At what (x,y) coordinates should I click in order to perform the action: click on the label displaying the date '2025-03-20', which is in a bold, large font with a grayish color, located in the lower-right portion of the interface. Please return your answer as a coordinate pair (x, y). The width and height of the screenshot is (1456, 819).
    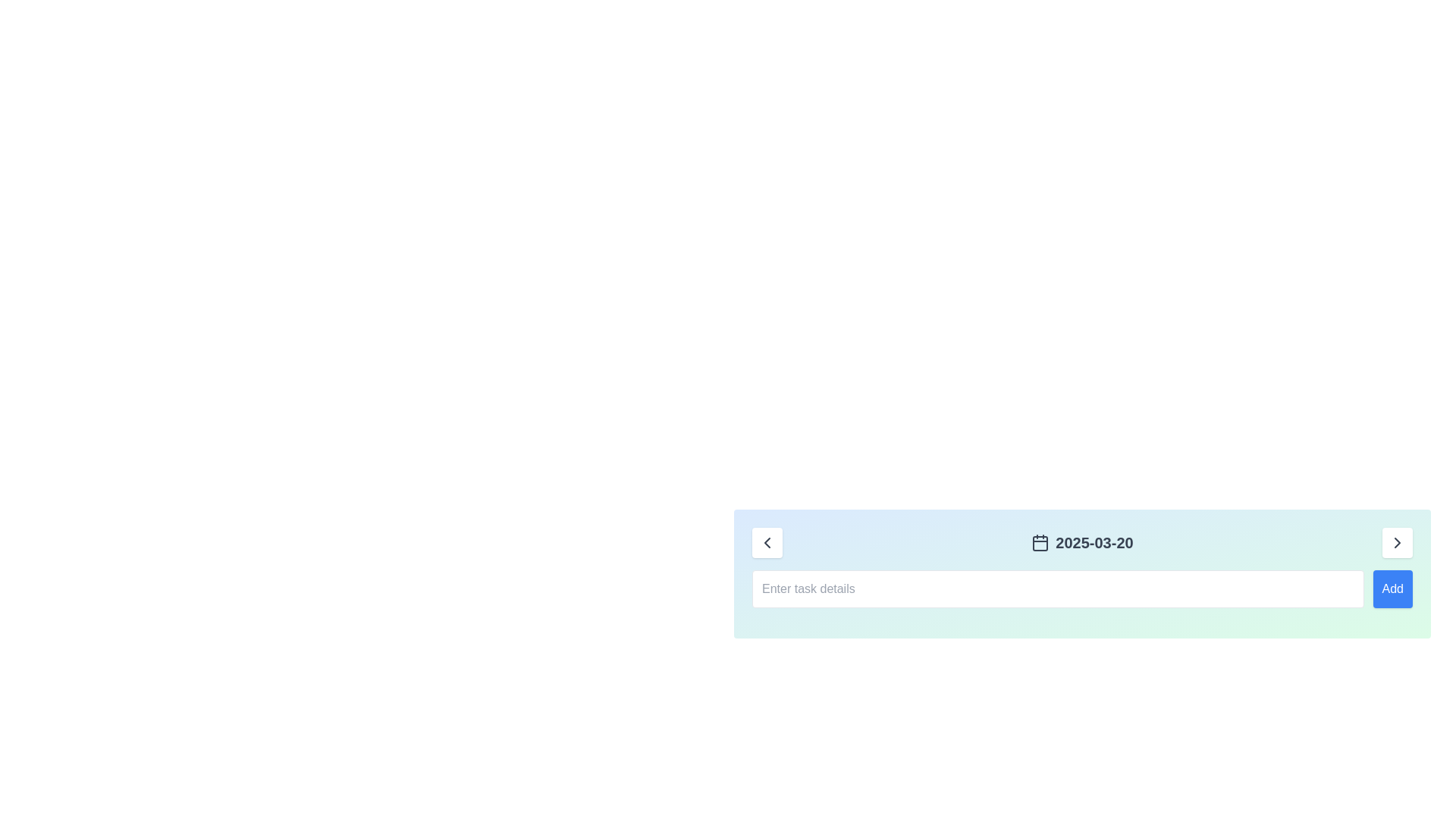
    Looking at the image, I should click on (1094, 542).